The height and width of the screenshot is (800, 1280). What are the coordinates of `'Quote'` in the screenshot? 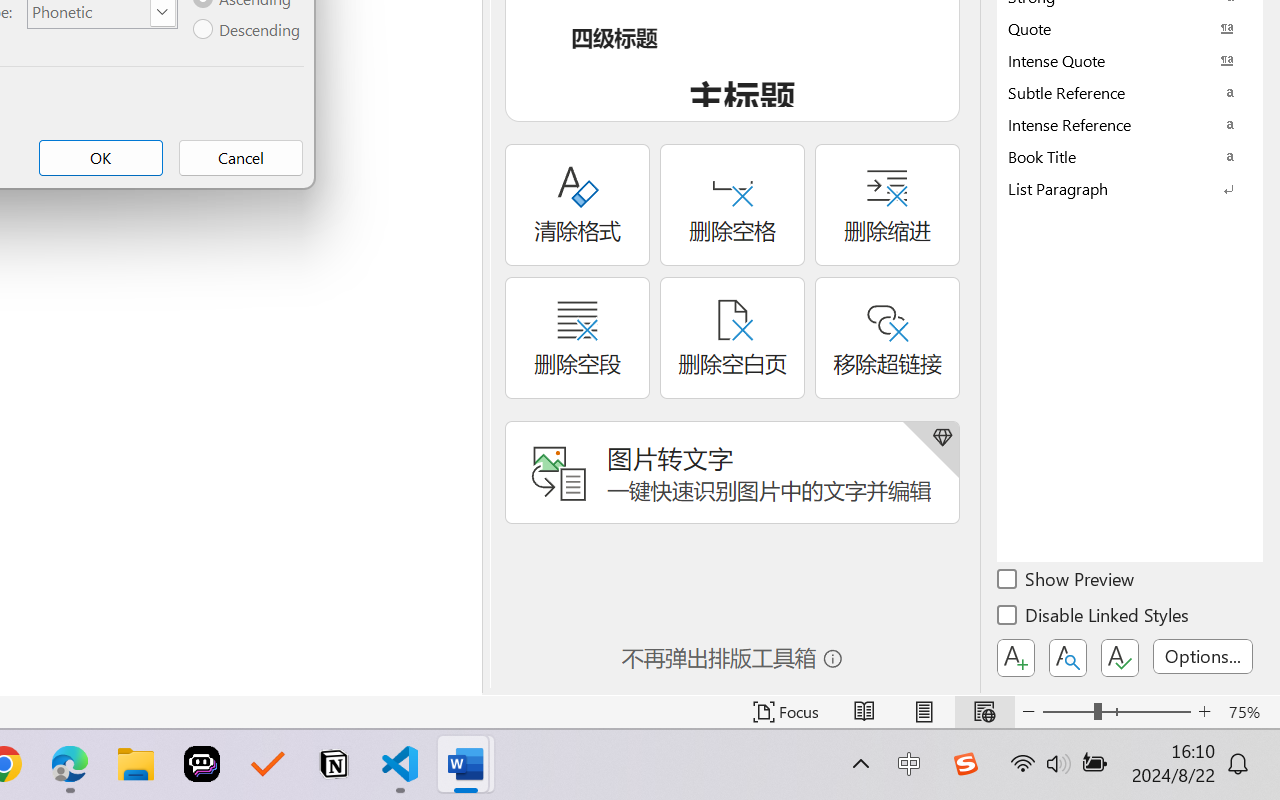 It's located at (1130, 28).